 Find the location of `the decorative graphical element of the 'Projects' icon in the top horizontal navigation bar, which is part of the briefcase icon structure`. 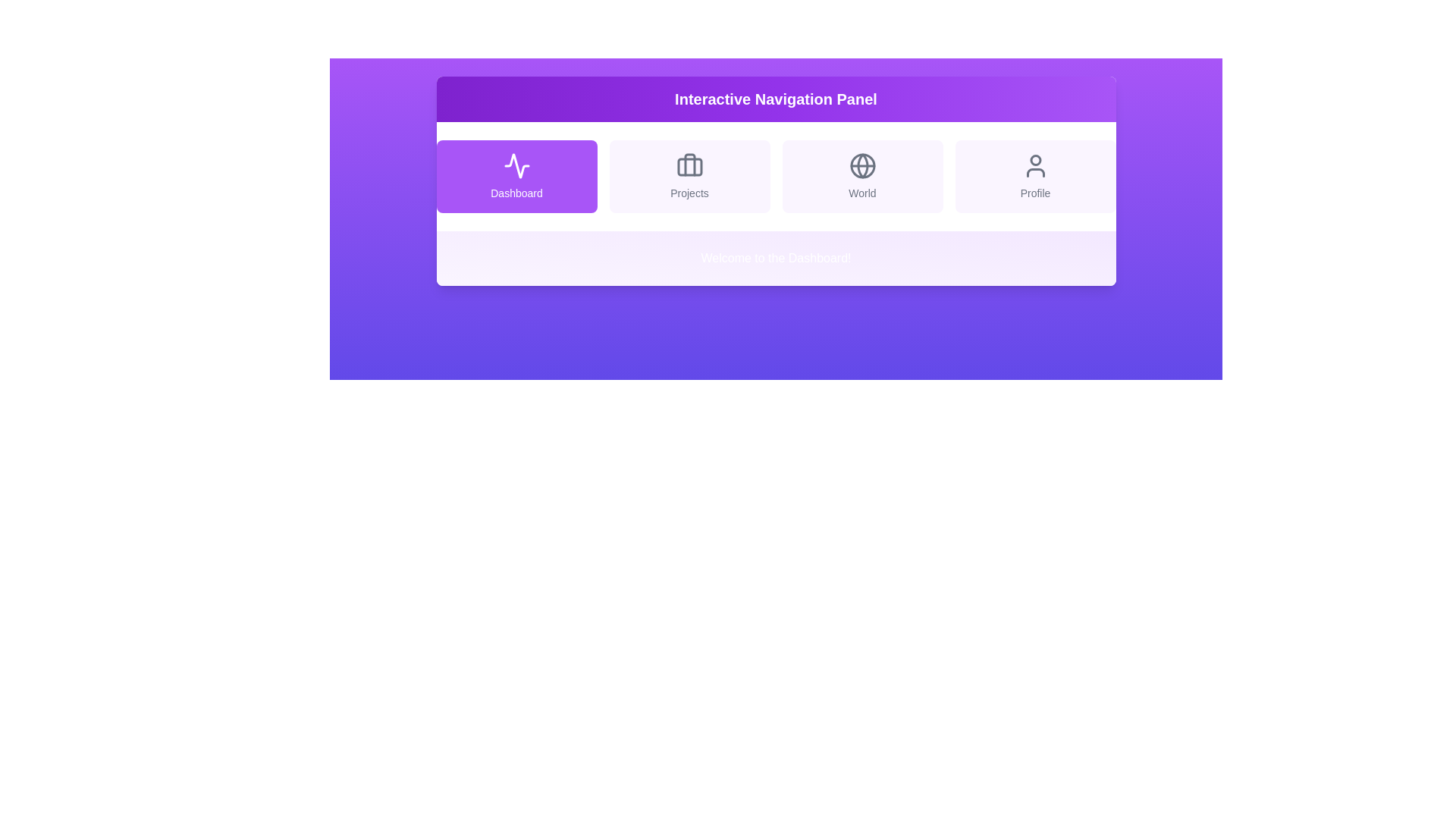

the decorative graphical element of the 'Projects' icon in the top horizontal navigation bar, which is part of the briefcase icon structure is located at coordinates (689, 167).